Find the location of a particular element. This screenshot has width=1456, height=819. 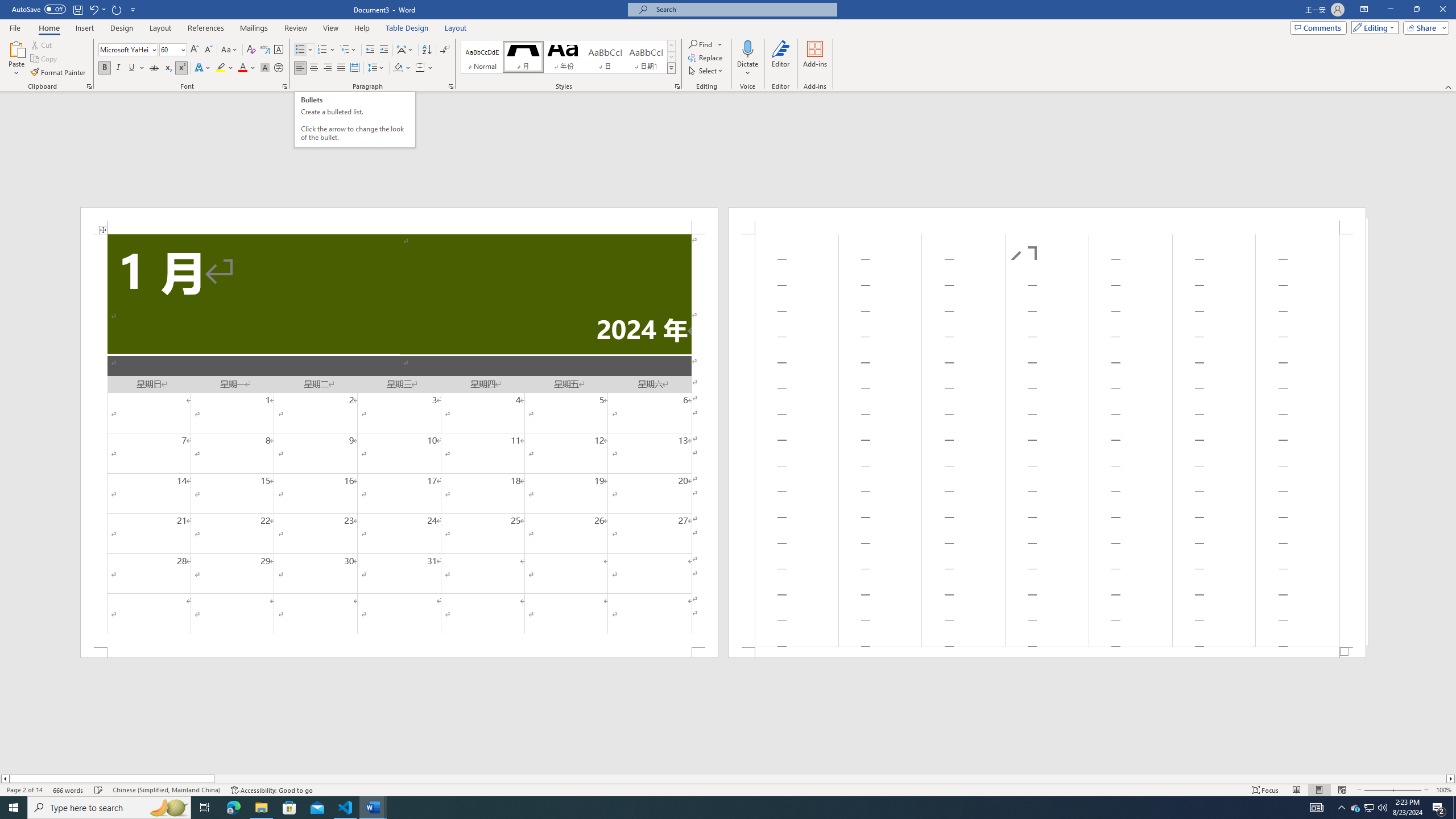

'Superscript' is located at coordinates (180, 67).